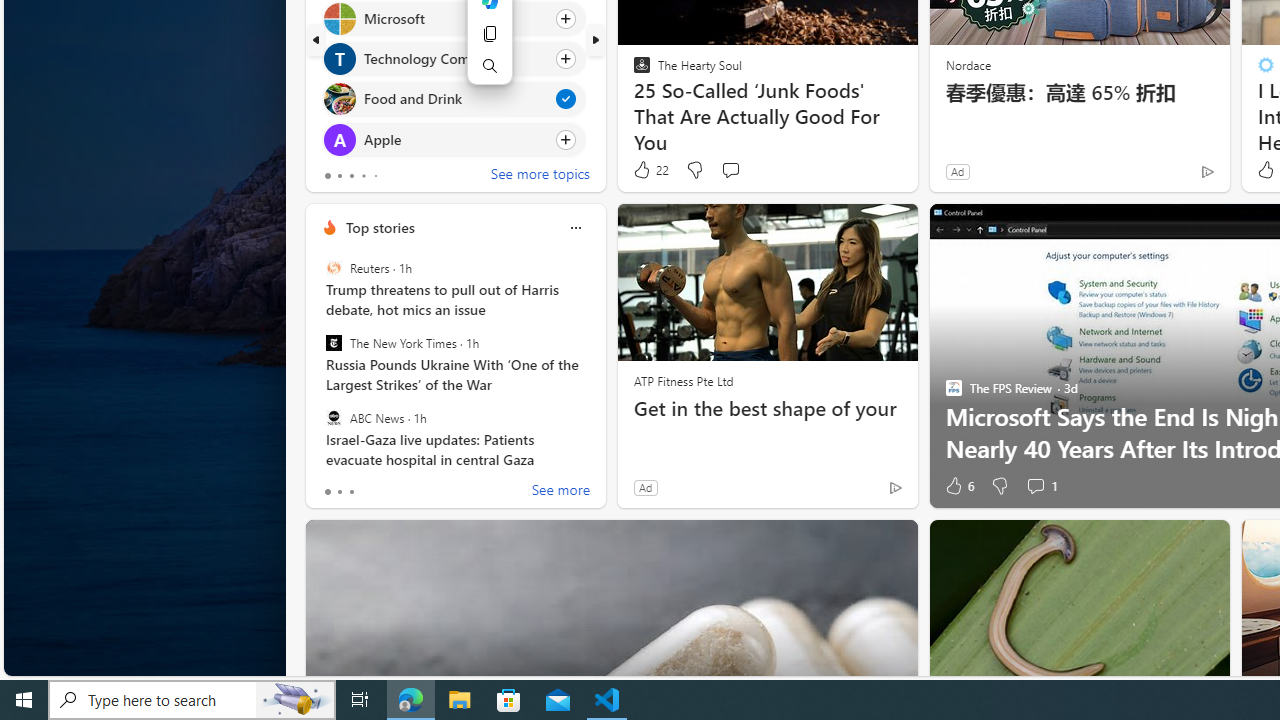  What do you see at coordinates (333, 416) in the screenshot?
I see `'ABC News'` at bounding box center [333, 416].